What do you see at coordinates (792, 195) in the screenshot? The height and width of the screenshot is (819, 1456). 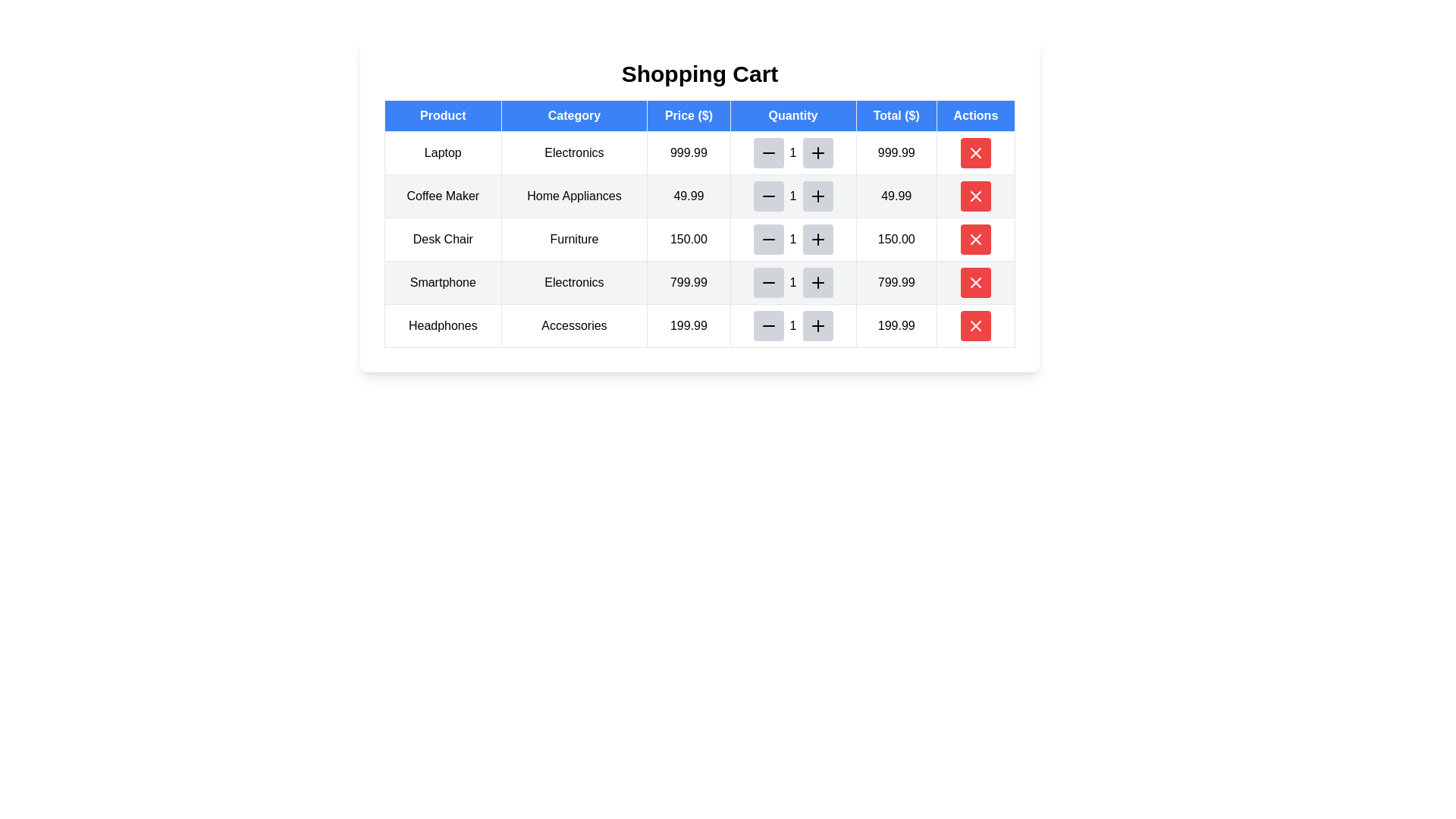 I see `the Text Display in the 'Quantity' column of the 'Home Appliances' row in the 'Shopping Cart' to focus on it` at bounding box center [792, 195].